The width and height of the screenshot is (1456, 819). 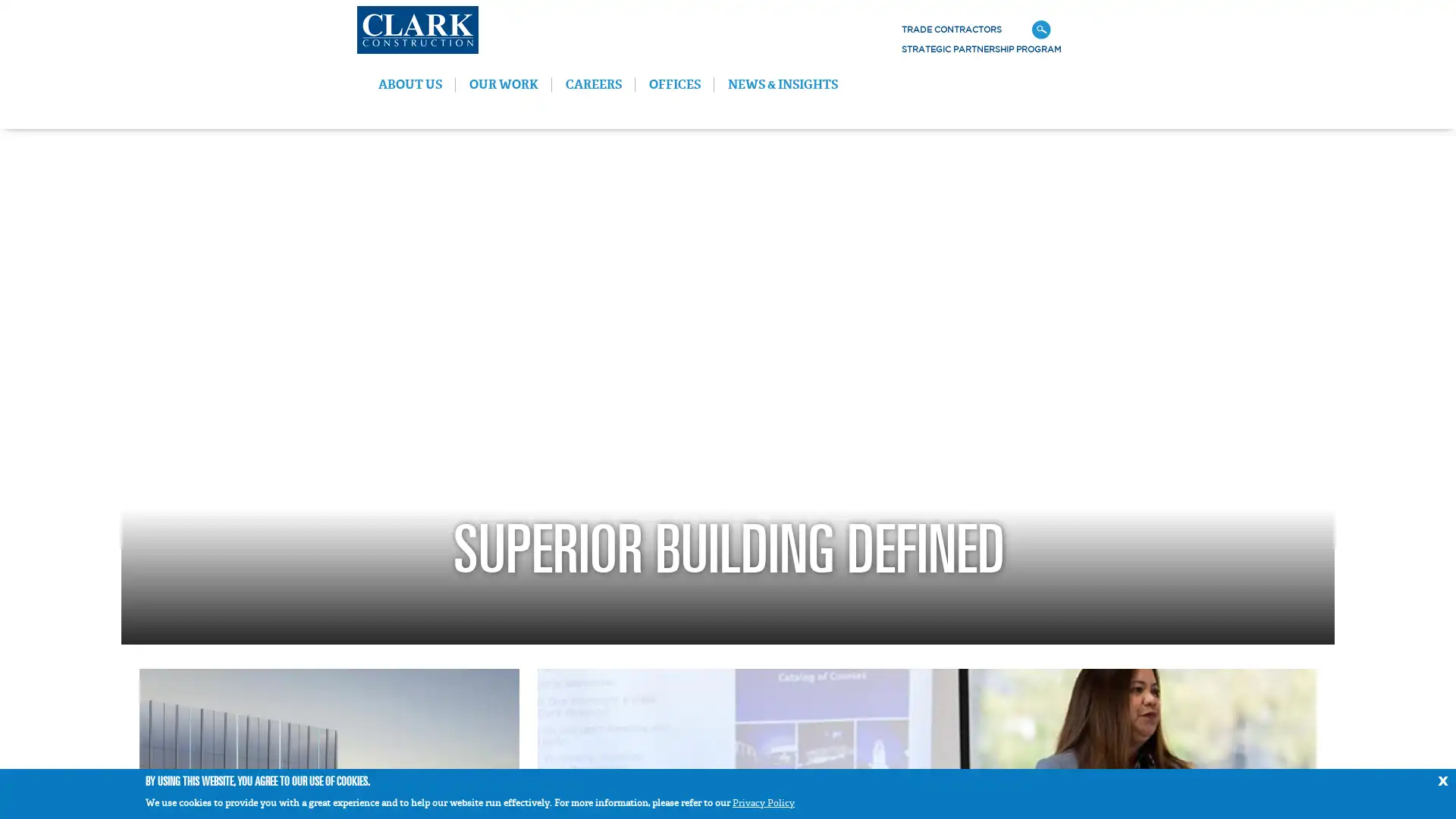 I want to click on Privacy Policy, so click(x=764, y=802).